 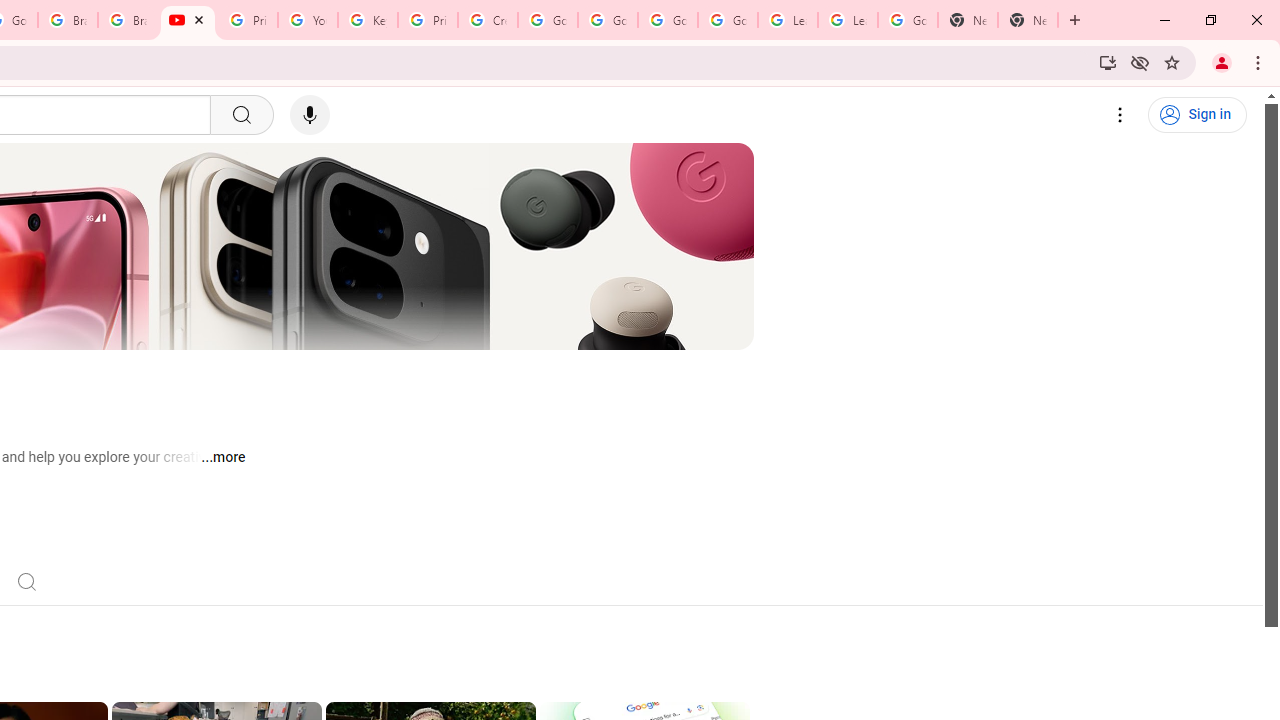 What do you see at coordinates (667, 20) in the screenshot?
I see `'Google Account Help'` at bounding box center [667, 20].